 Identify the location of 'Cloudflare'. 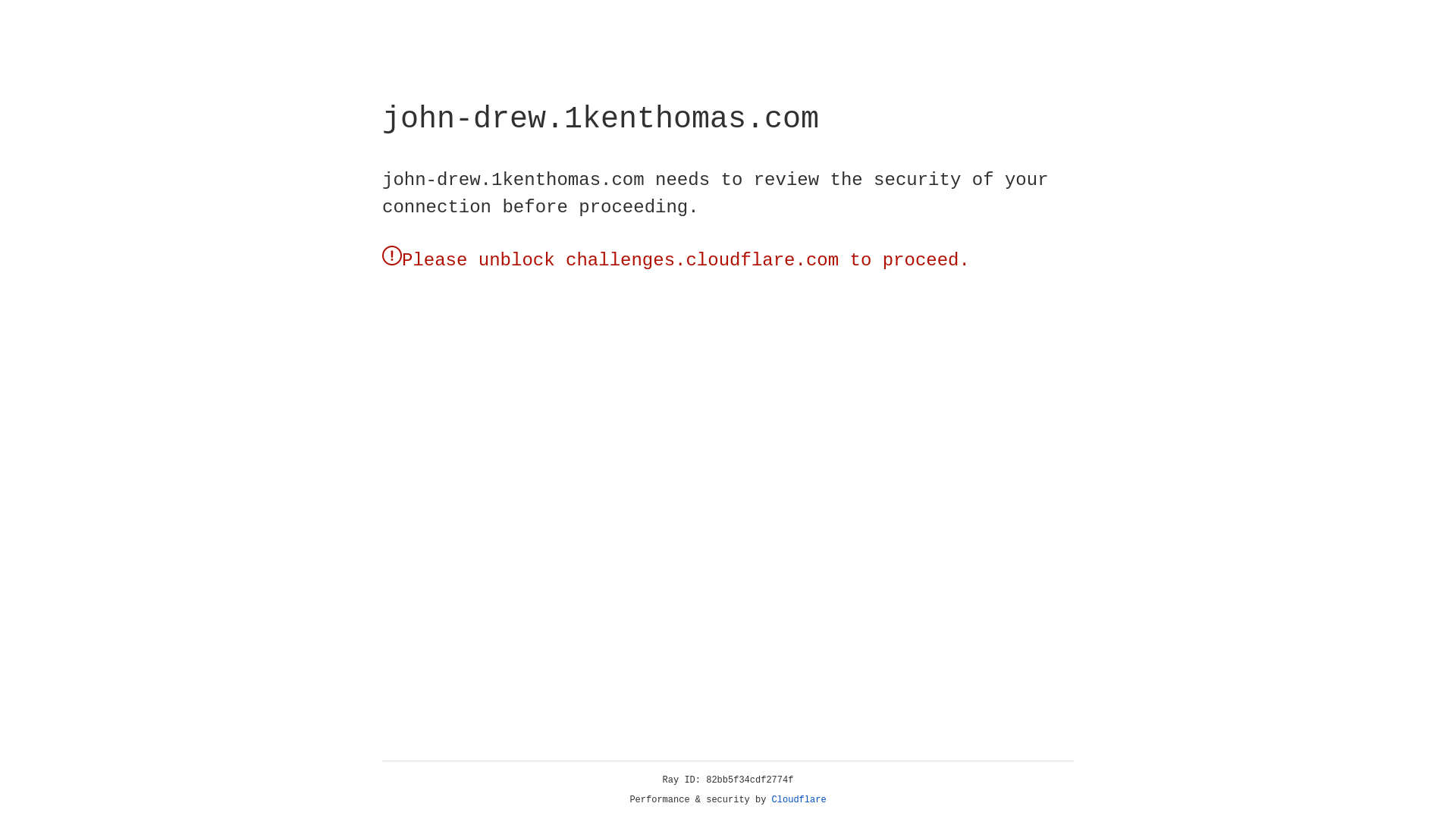
(799, 799).